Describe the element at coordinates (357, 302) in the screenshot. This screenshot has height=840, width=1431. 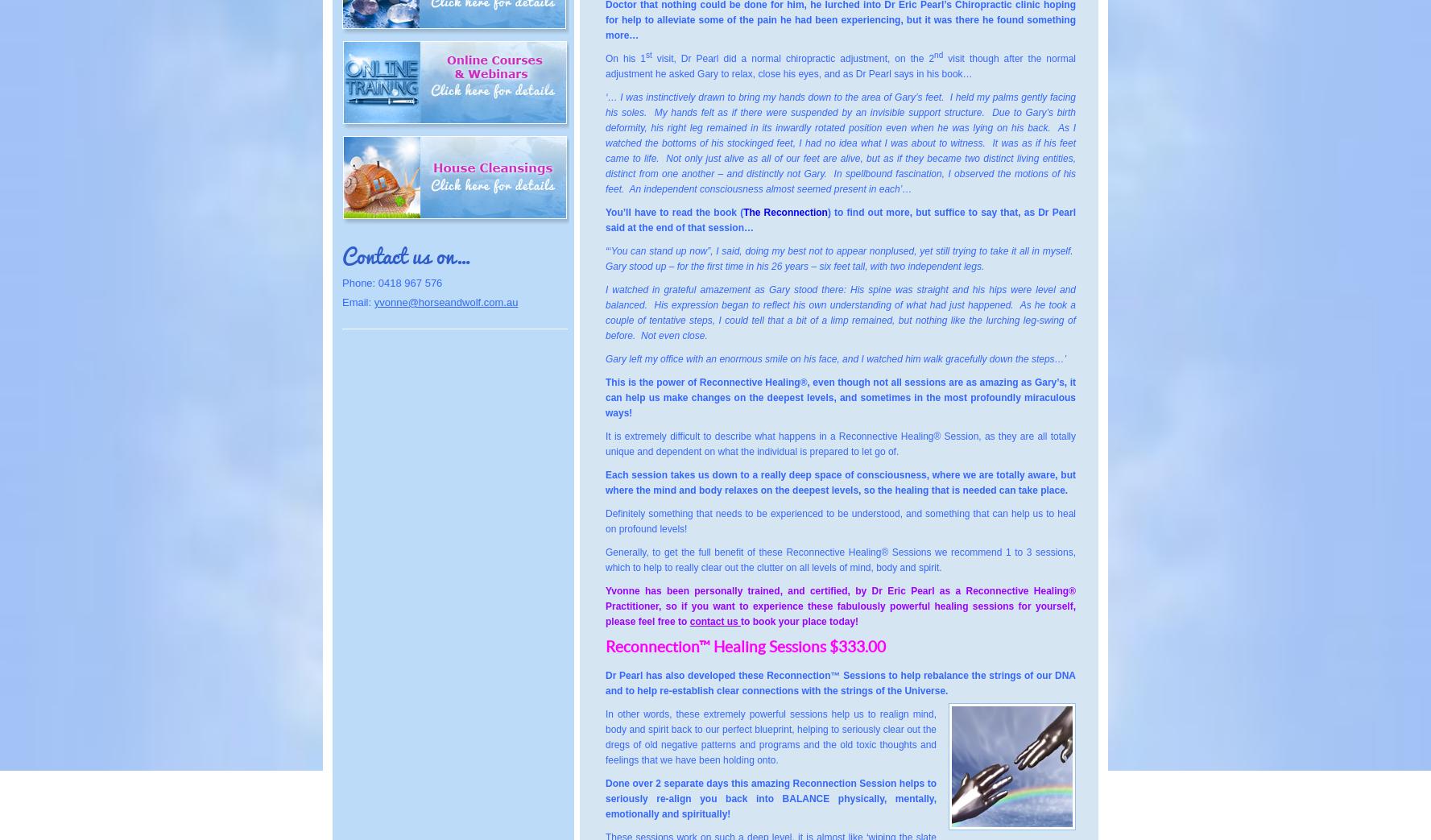
I see `'Email:'` at that location.